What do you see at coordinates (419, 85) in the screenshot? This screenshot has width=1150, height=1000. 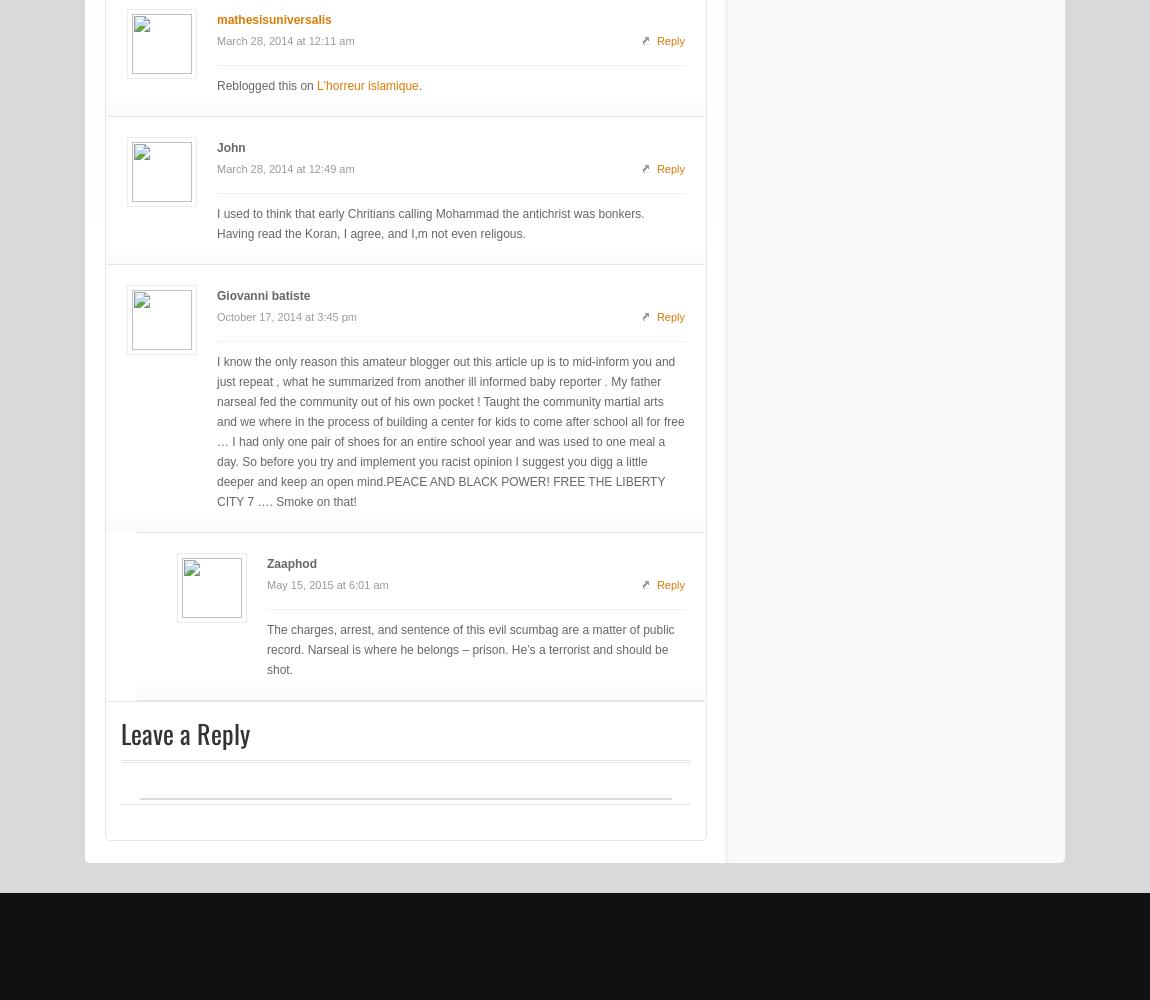 I see `'.'` at bounding box center [419, 85].